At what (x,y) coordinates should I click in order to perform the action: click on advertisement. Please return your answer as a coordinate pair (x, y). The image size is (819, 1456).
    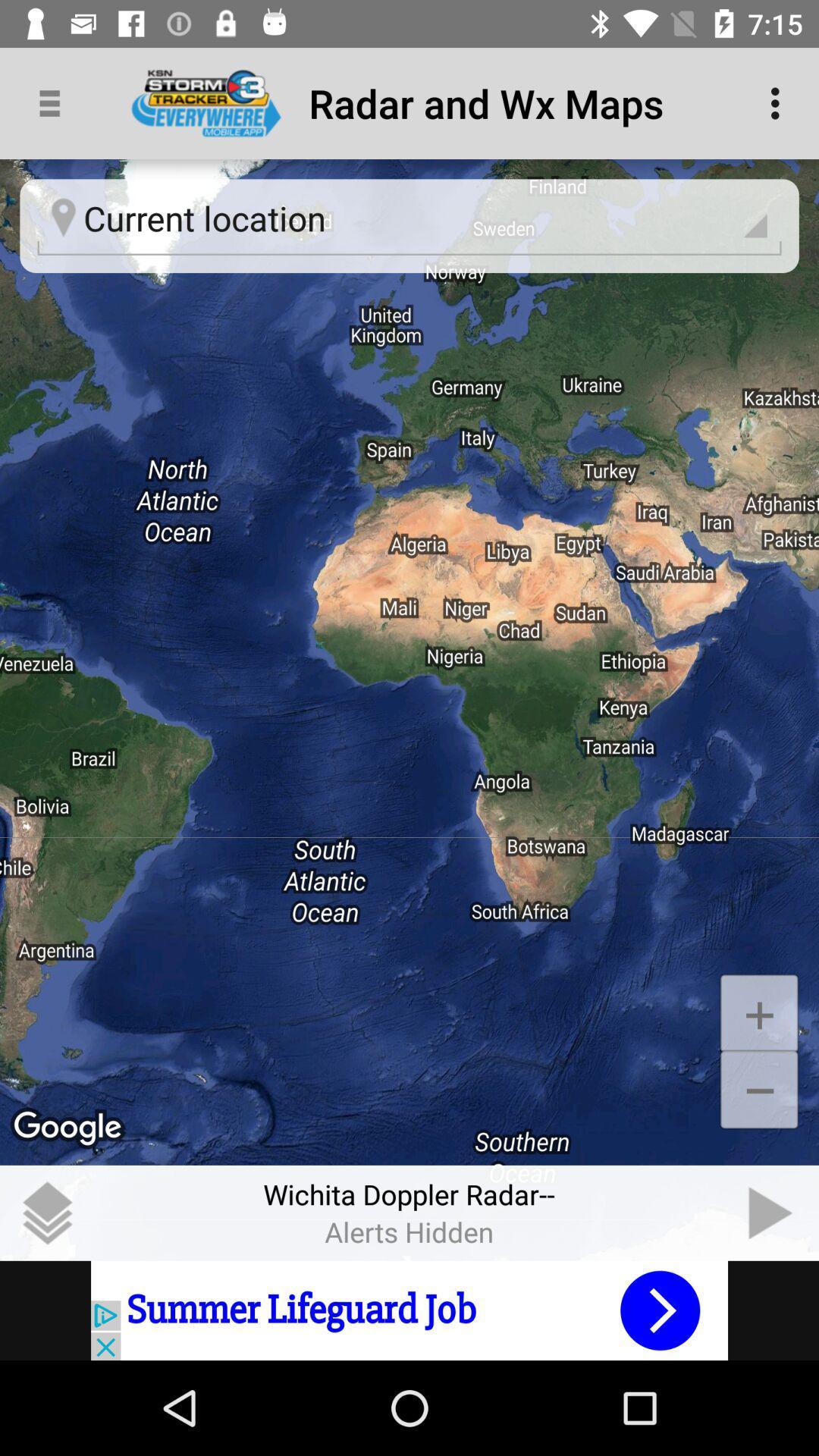
    Looking at the image, I should click on (409, 1310).